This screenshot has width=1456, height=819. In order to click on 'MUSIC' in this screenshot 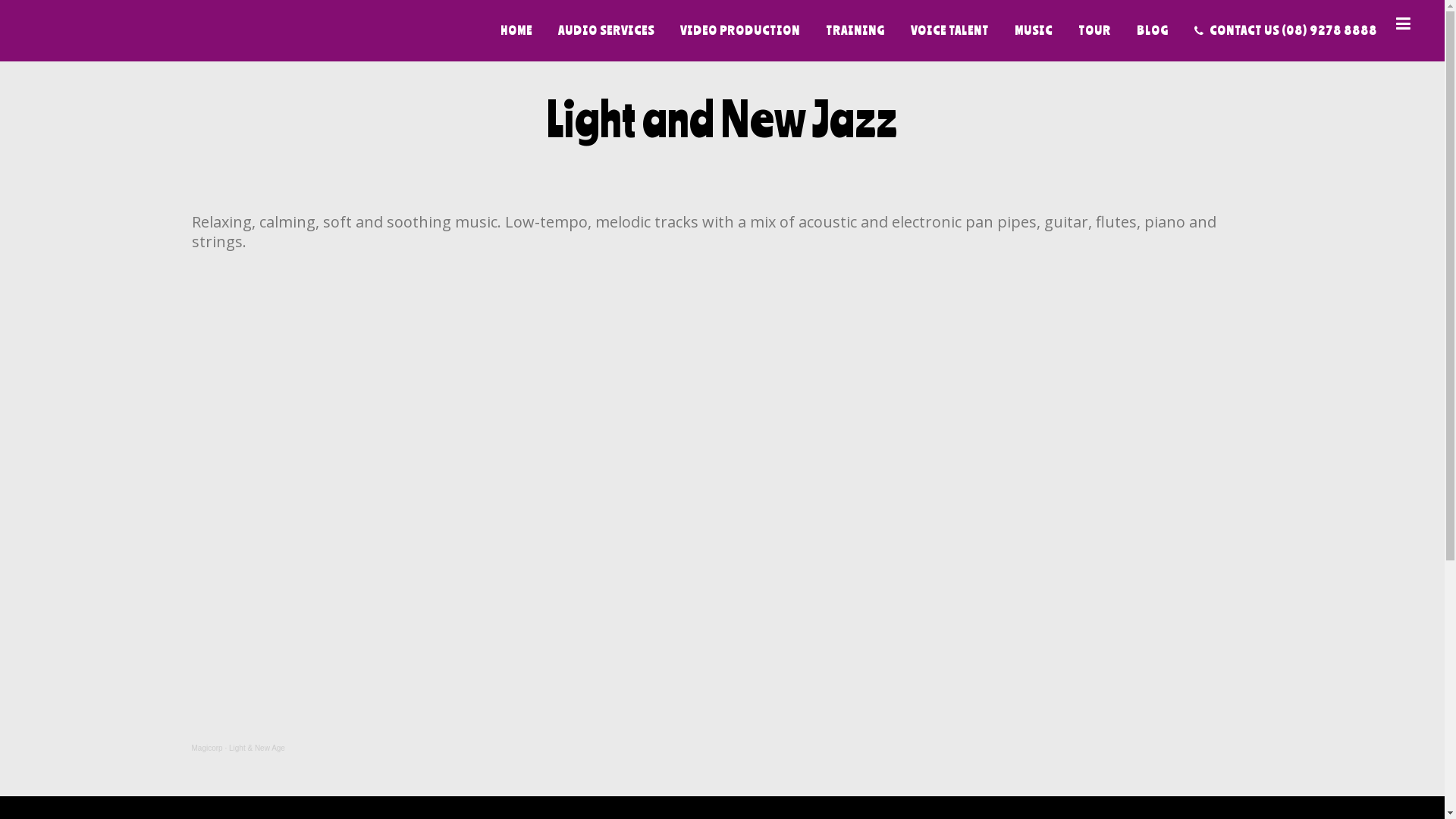, I will do `click(1033, 30)`.